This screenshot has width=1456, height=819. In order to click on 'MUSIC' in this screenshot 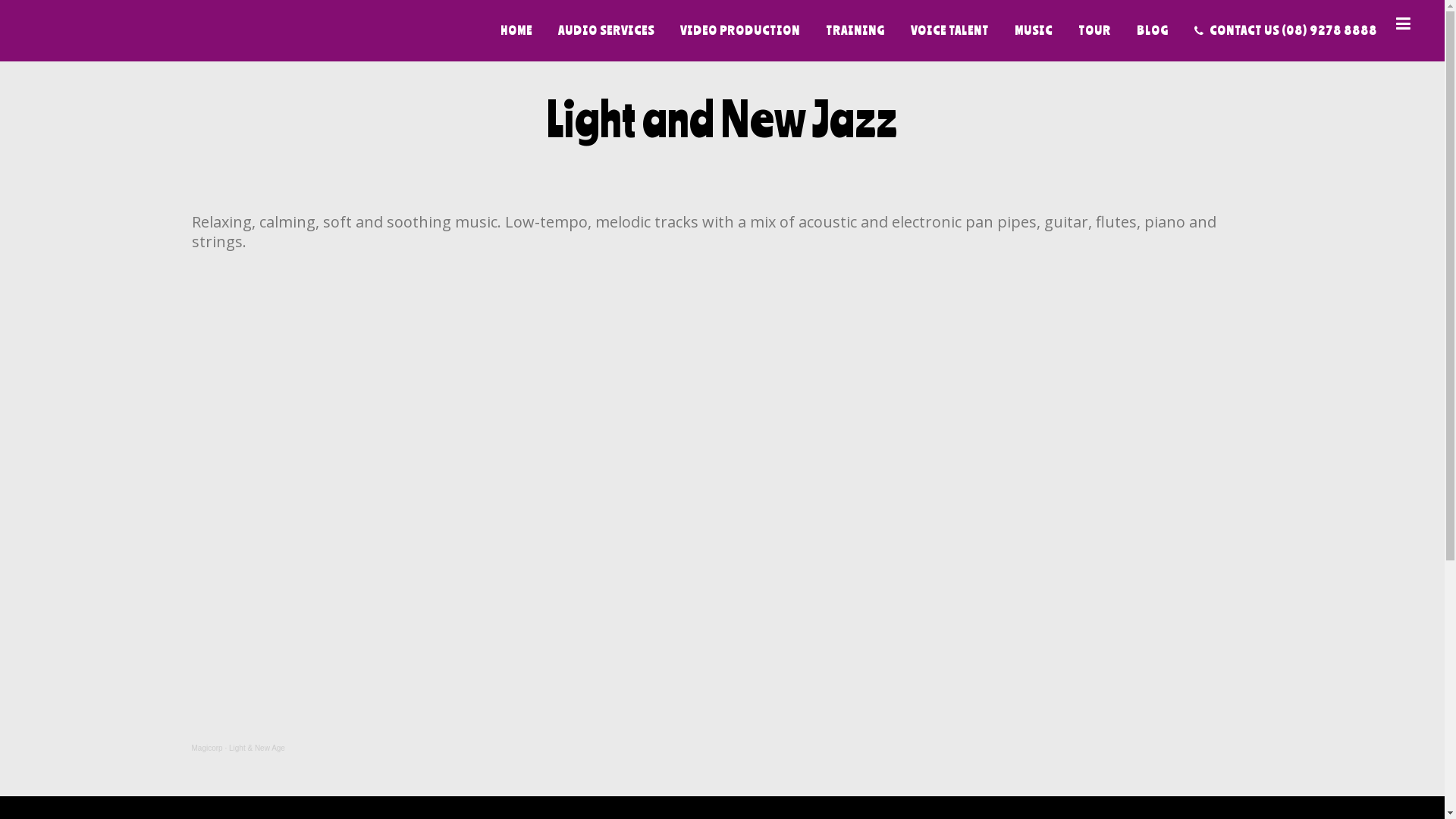, I will do `click(1033, 30)`.